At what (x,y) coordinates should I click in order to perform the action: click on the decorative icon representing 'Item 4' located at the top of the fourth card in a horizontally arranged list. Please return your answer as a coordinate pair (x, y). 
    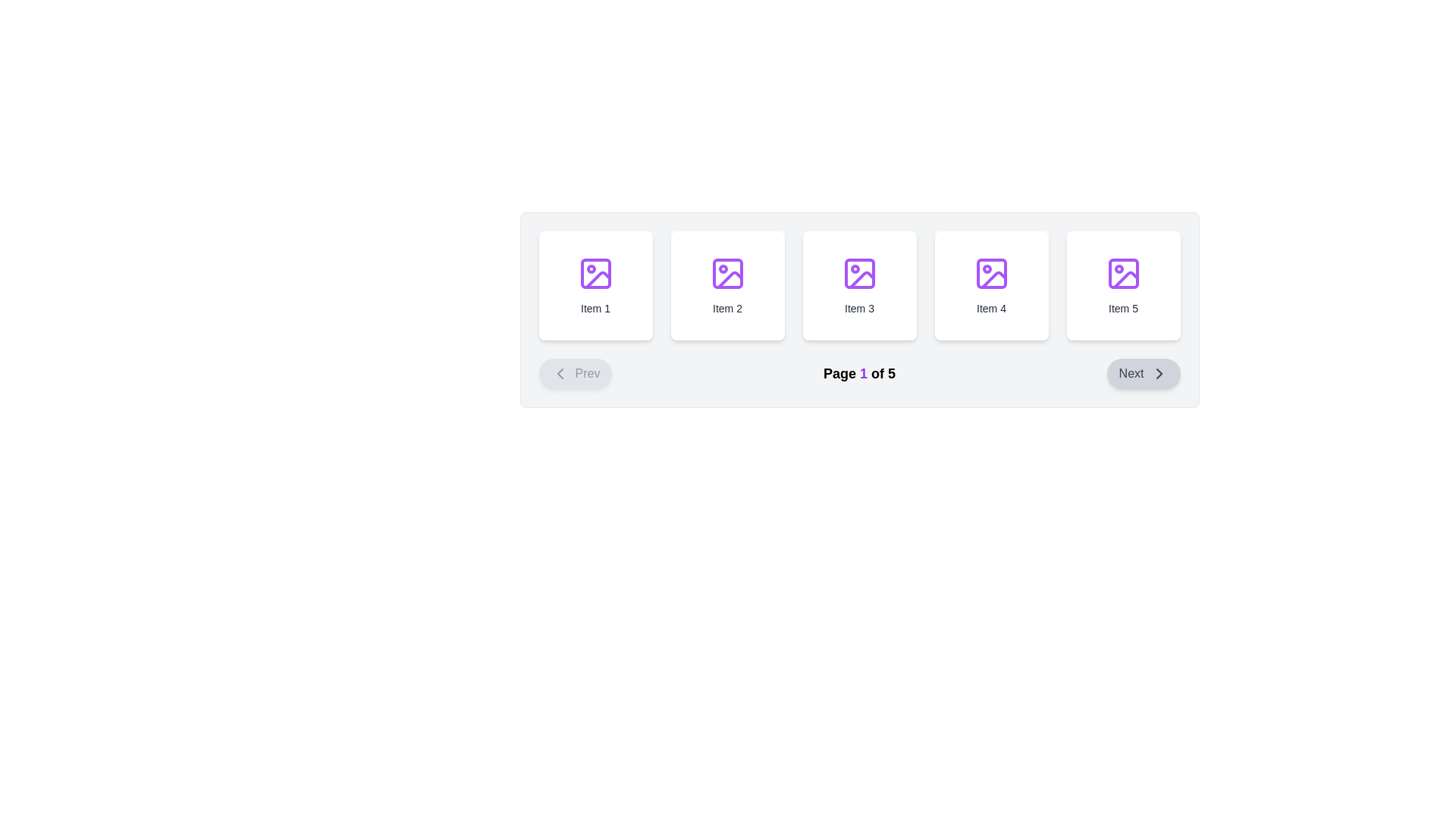
    Looking at the image, I should click on (991, 274).